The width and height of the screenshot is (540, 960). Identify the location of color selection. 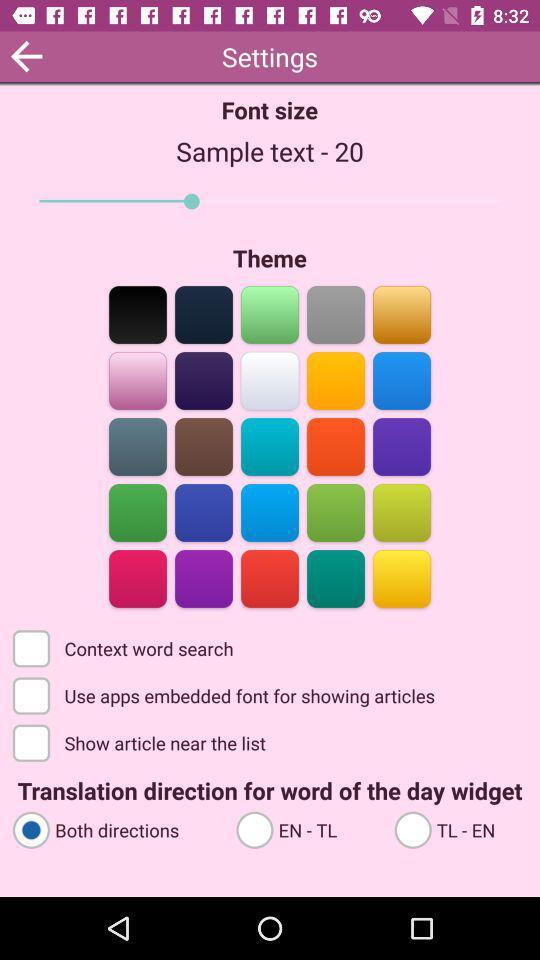
(203, 577).